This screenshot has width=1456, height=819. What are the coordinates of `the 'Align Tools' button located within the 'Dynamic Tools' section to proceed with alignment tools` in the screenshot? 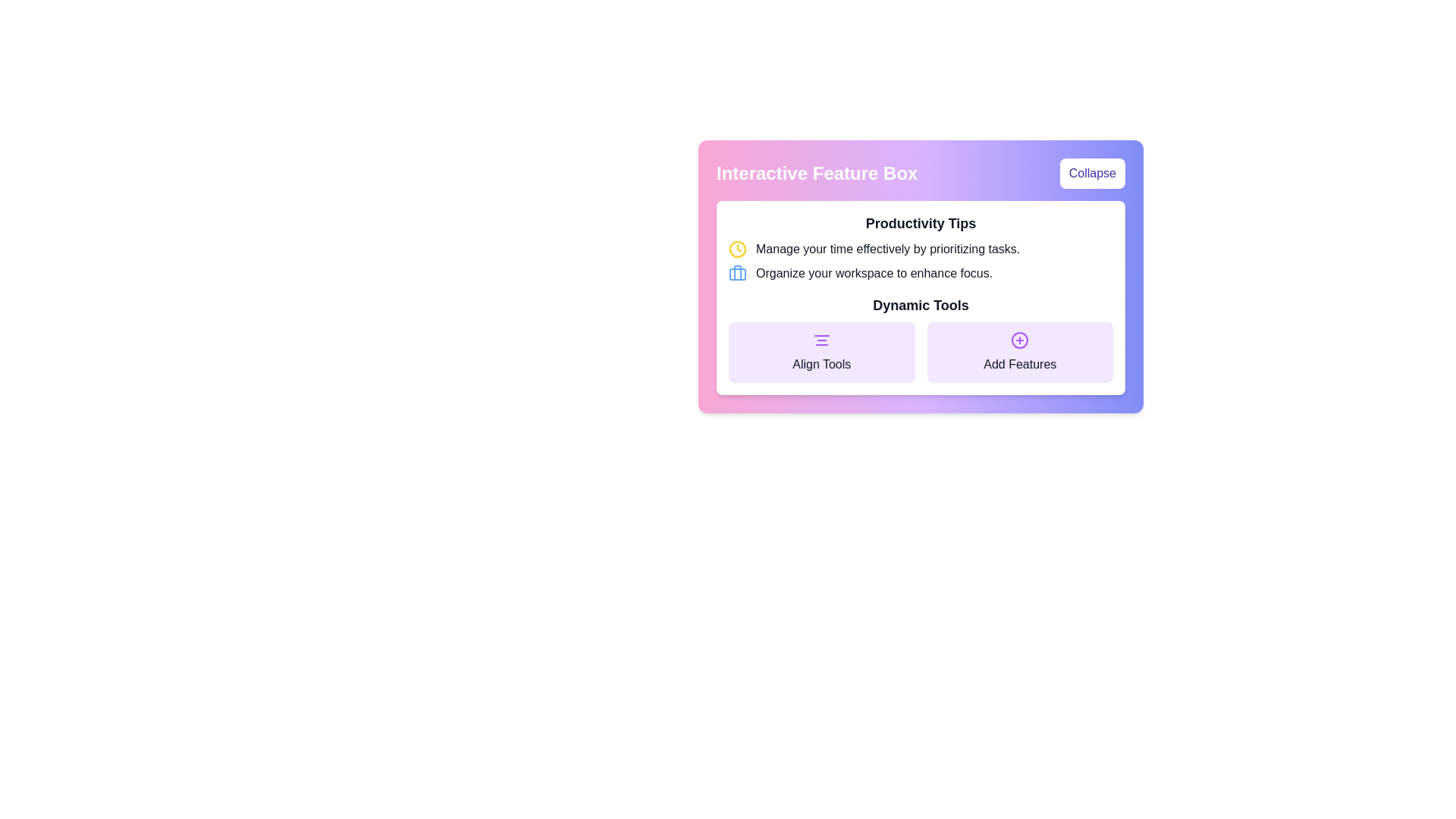 It's located at (920, 338).